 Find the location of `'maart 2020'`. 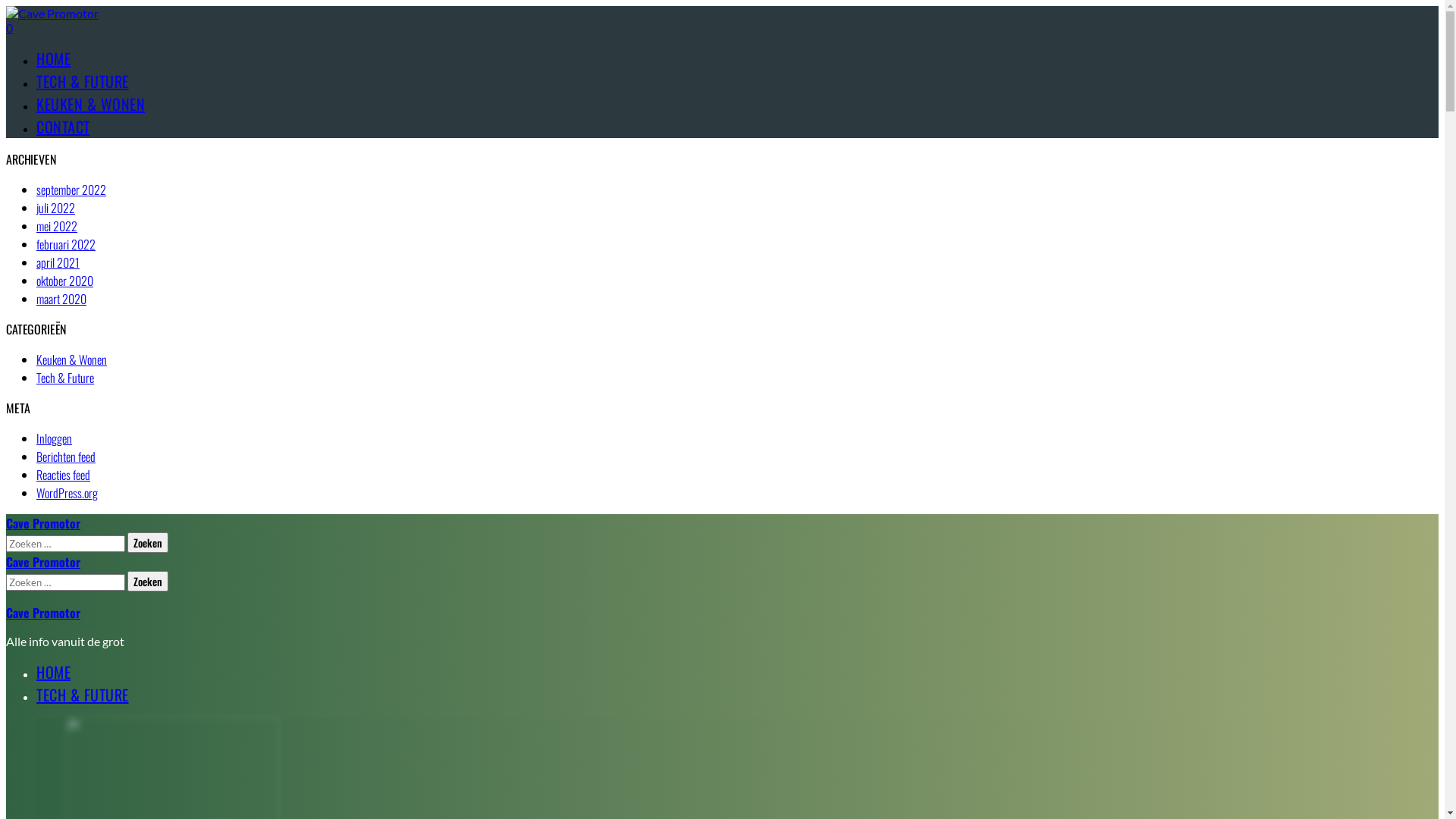

'maart 2020' is located at coordinates (61, 298).